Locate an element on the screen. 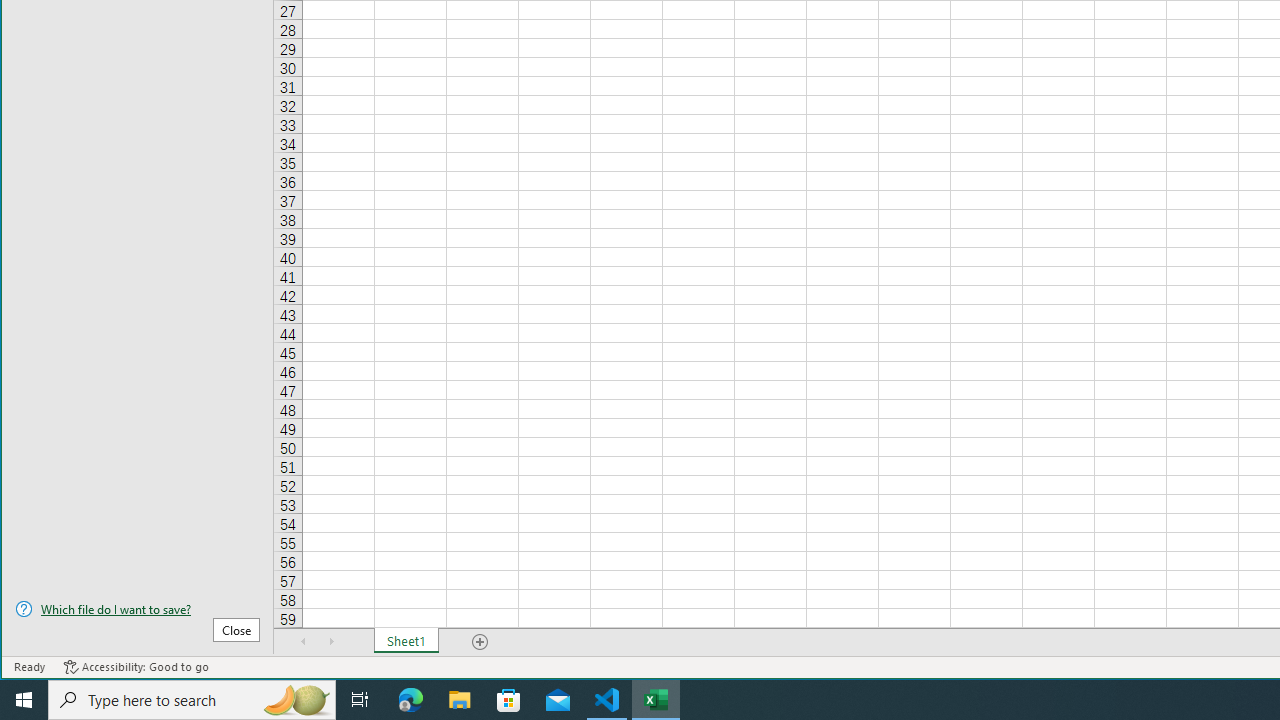  'Close' is located at coordinates (236, 630).